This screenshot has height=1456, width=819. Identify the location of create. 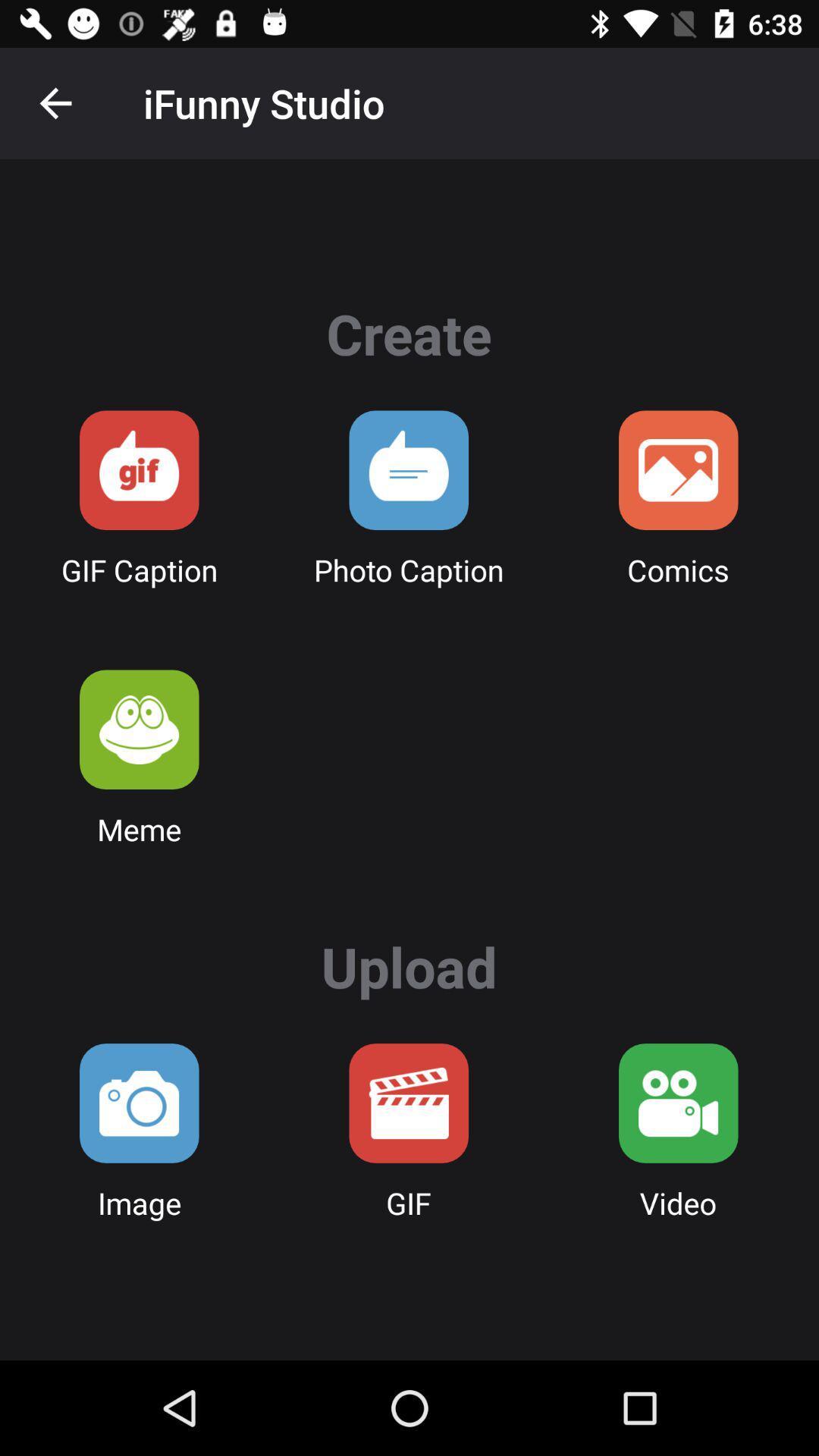
(408, 469).